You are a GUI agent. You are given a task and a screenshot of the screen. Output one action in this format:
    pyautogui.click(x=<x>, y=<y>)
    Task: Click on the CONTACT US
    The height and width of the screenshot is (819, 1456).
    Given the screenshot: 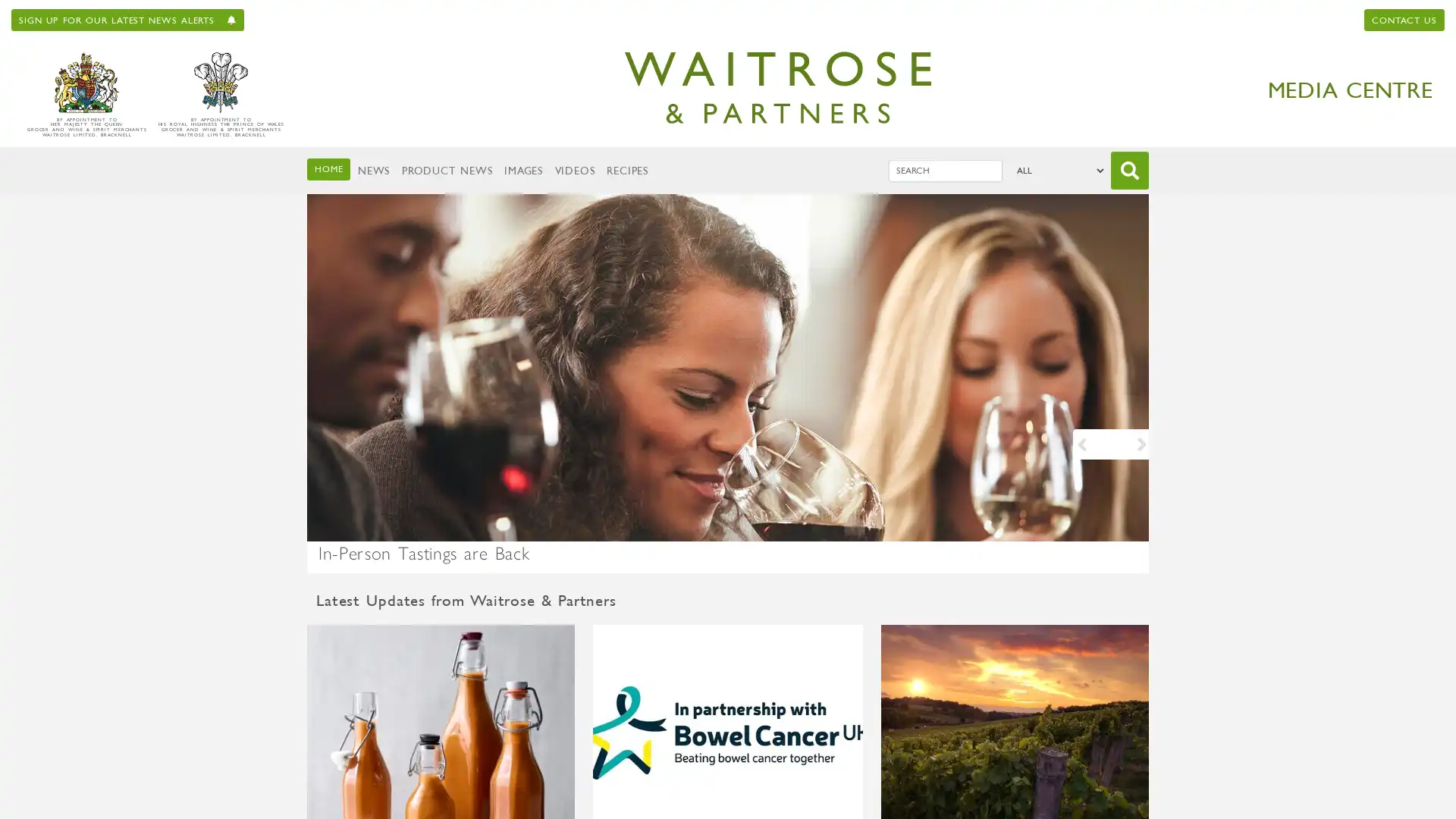 What is the action you would take?
    pyautogui.click(x=1404, y=20)
    